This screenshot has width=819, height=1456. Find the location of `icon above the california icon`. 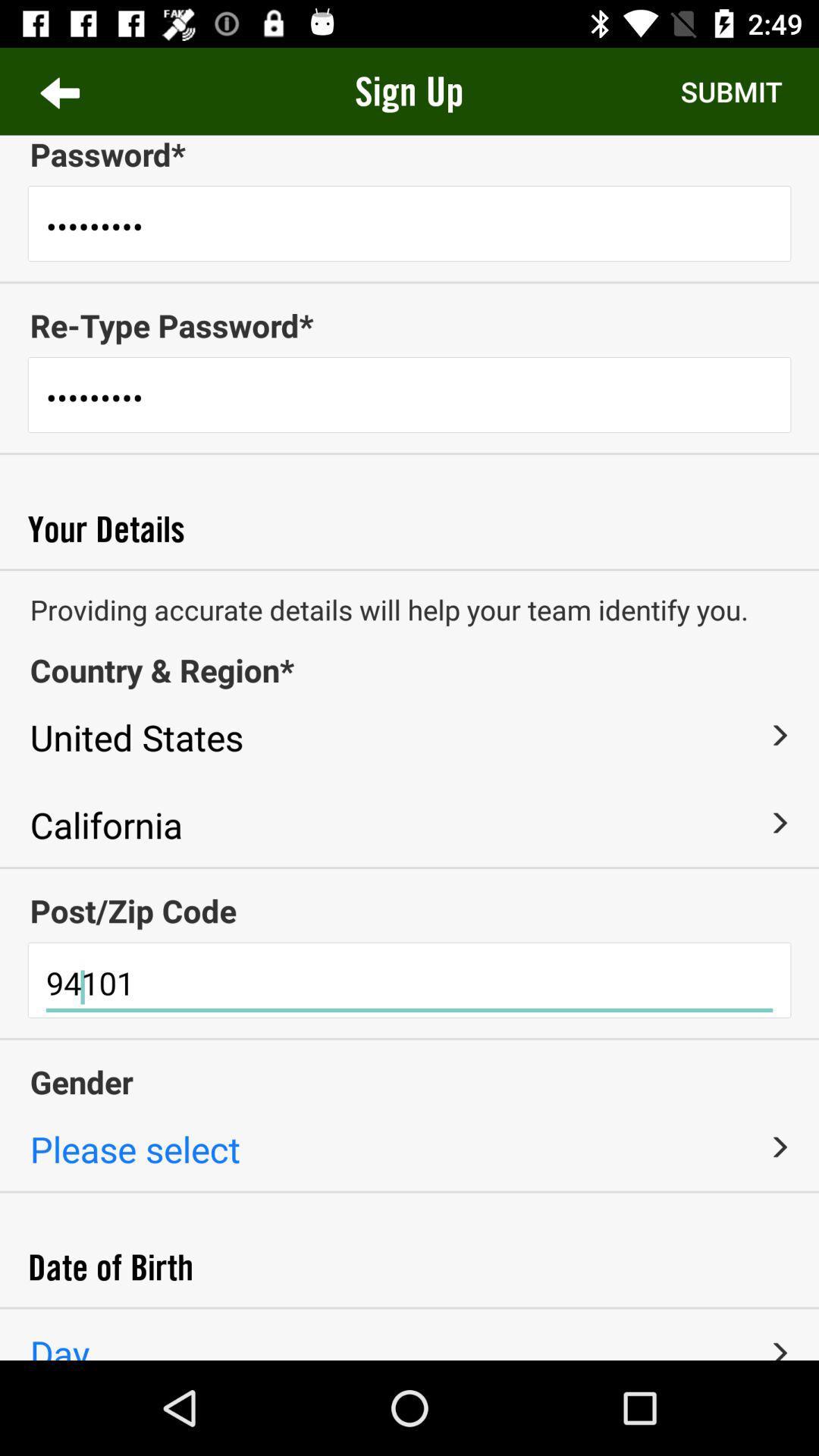

icon above the california icon is located at coordinates (394, 735).